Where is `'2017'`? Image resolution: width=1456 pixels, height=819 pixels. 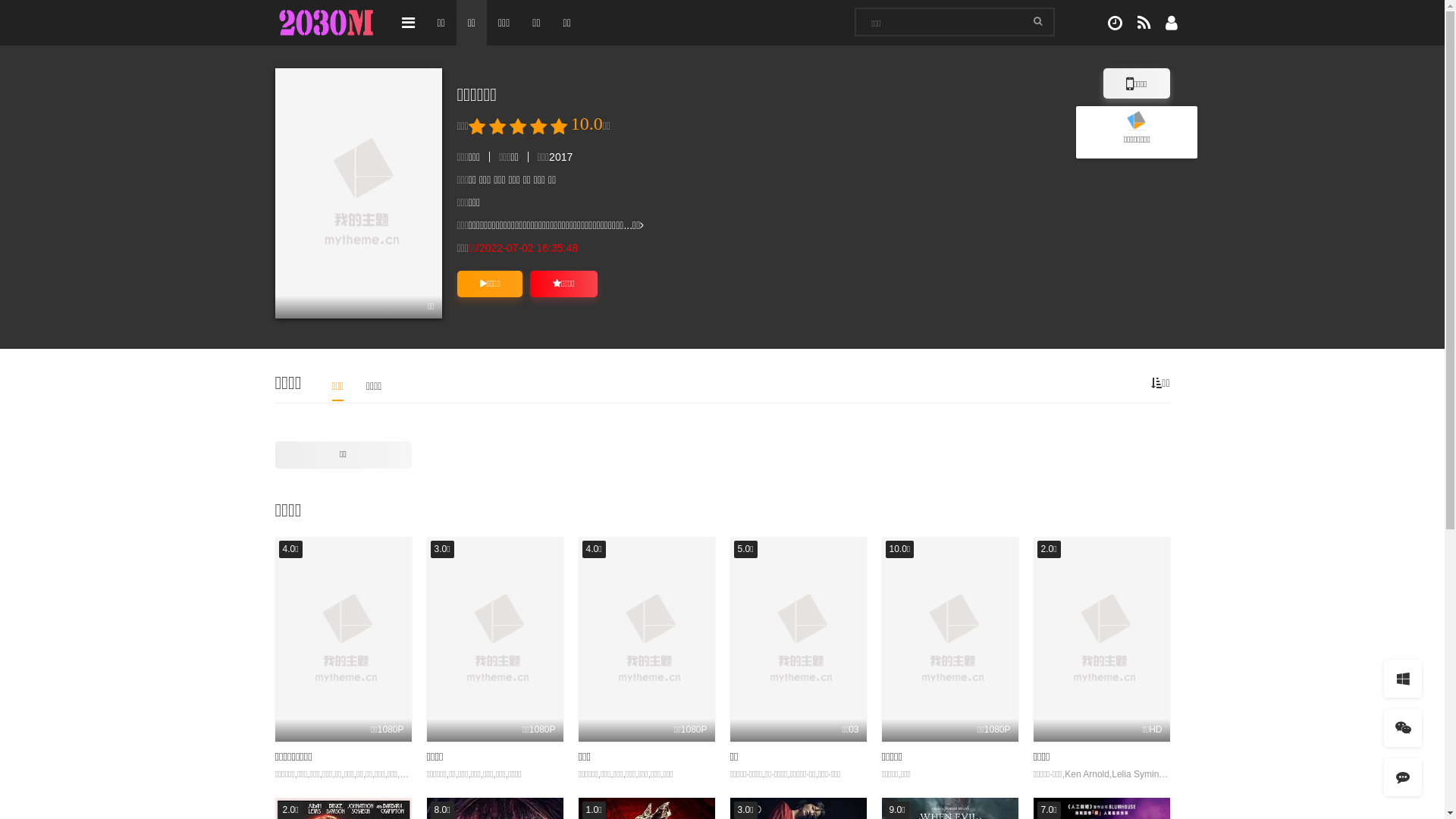 '2017' is located at coordinates (560, 157).